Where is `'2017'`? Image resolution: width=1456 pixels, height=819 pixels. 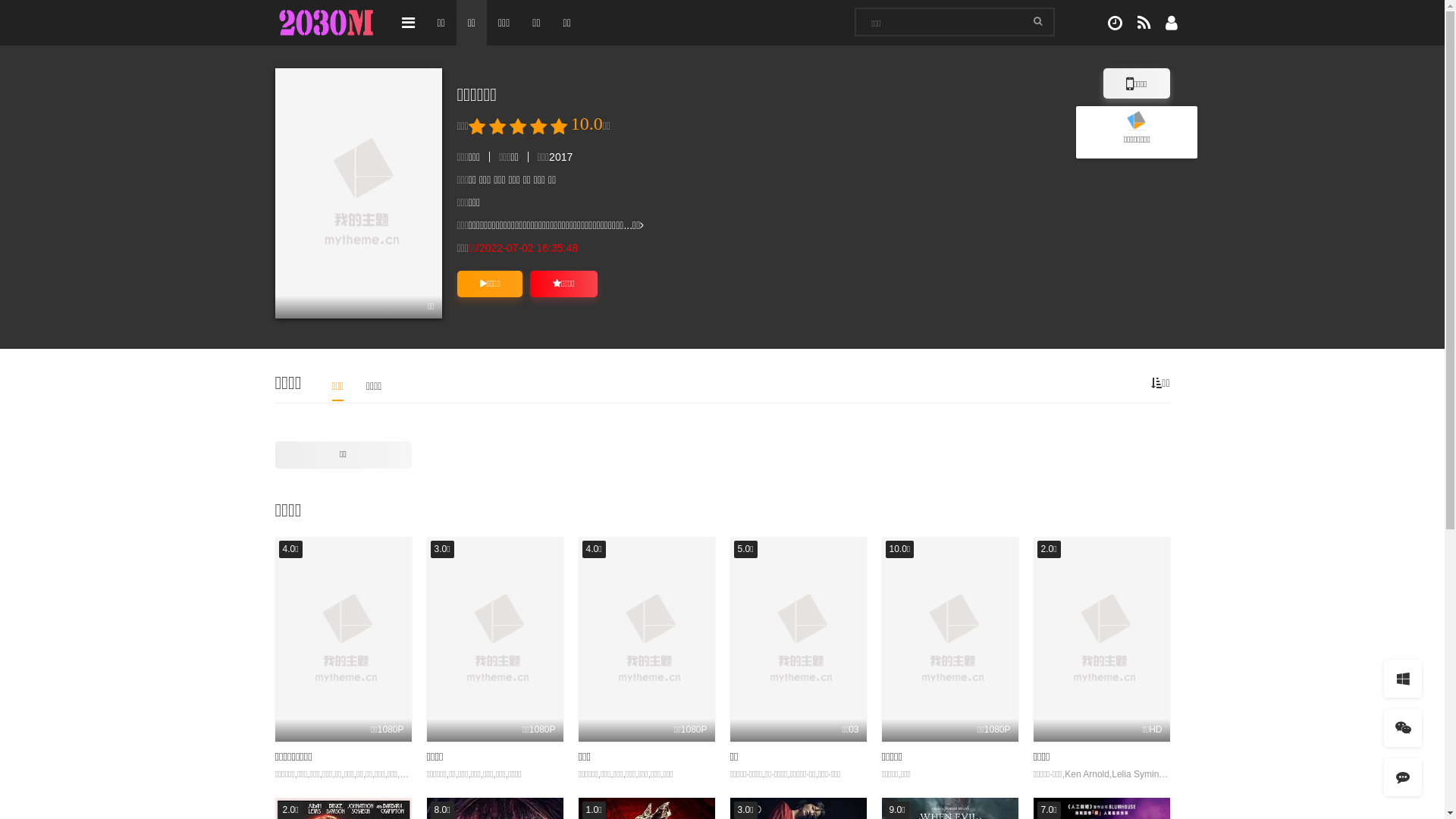 '2017' is located at coordinates (560, 157).